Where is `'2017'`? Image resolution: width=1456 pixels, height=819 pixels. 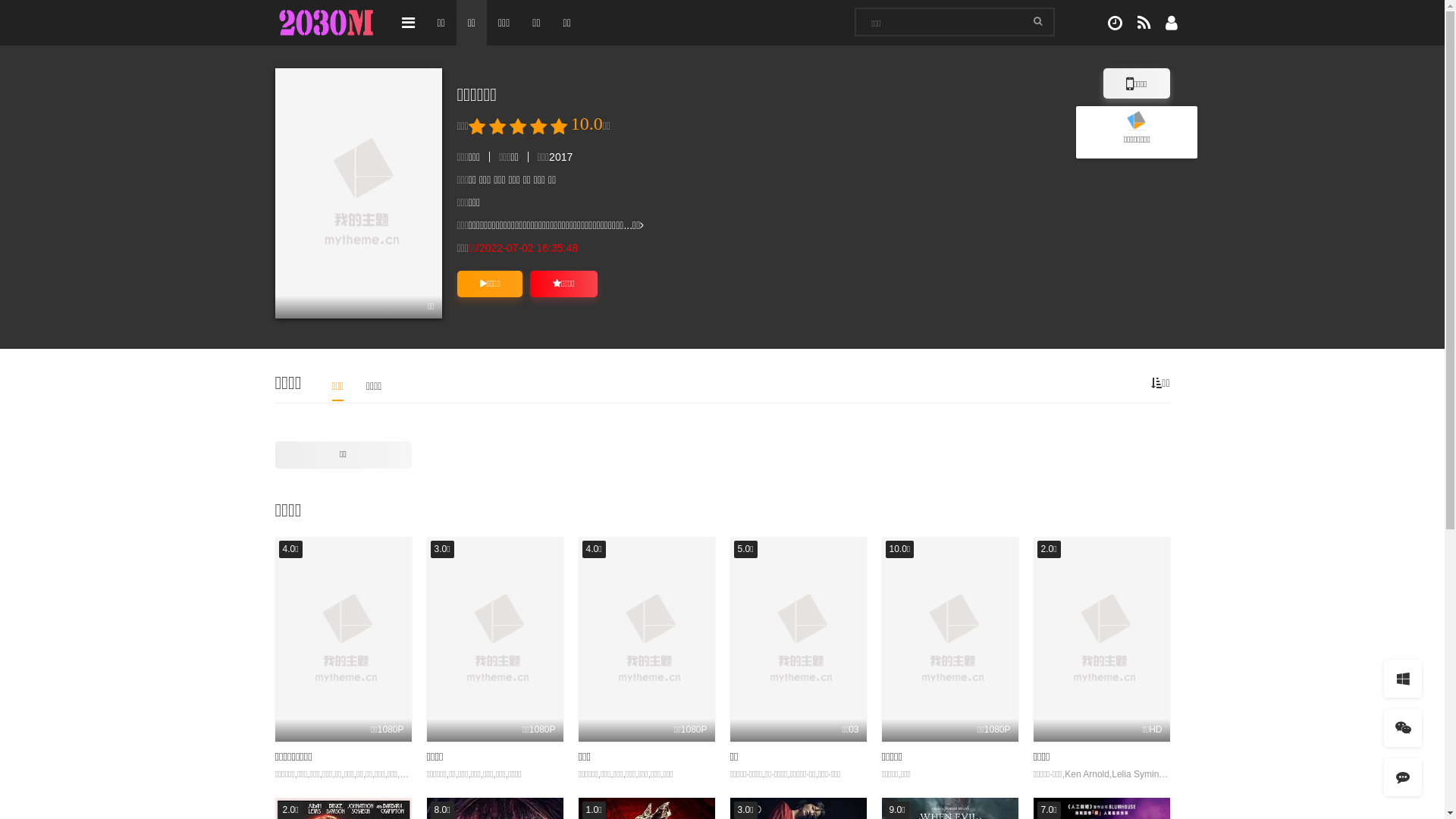 '2017' is located at coordinates (560, 157).